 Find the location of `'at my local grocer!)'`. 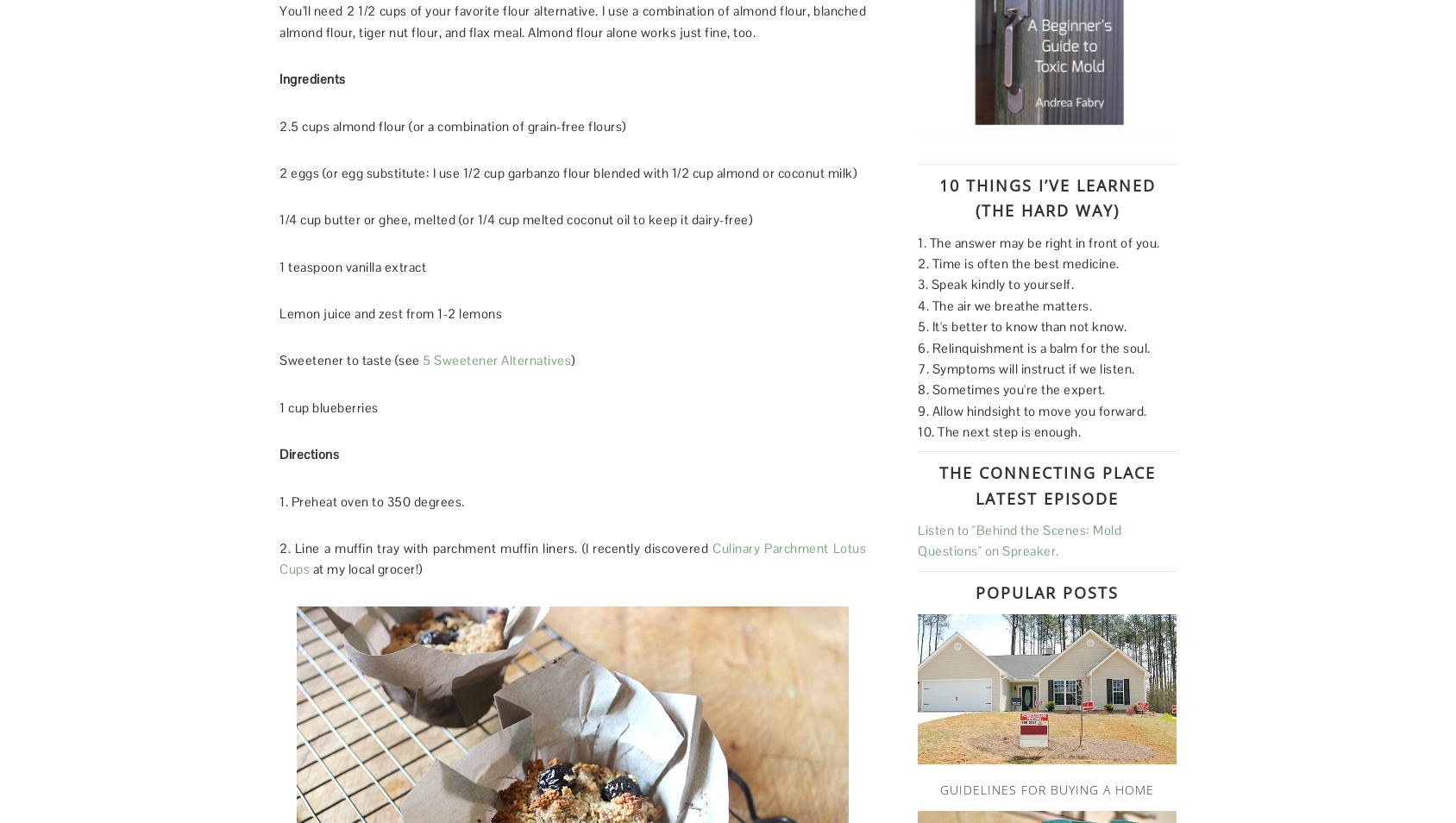

'at my local grocer!)' is located at coordinates (365, 568).